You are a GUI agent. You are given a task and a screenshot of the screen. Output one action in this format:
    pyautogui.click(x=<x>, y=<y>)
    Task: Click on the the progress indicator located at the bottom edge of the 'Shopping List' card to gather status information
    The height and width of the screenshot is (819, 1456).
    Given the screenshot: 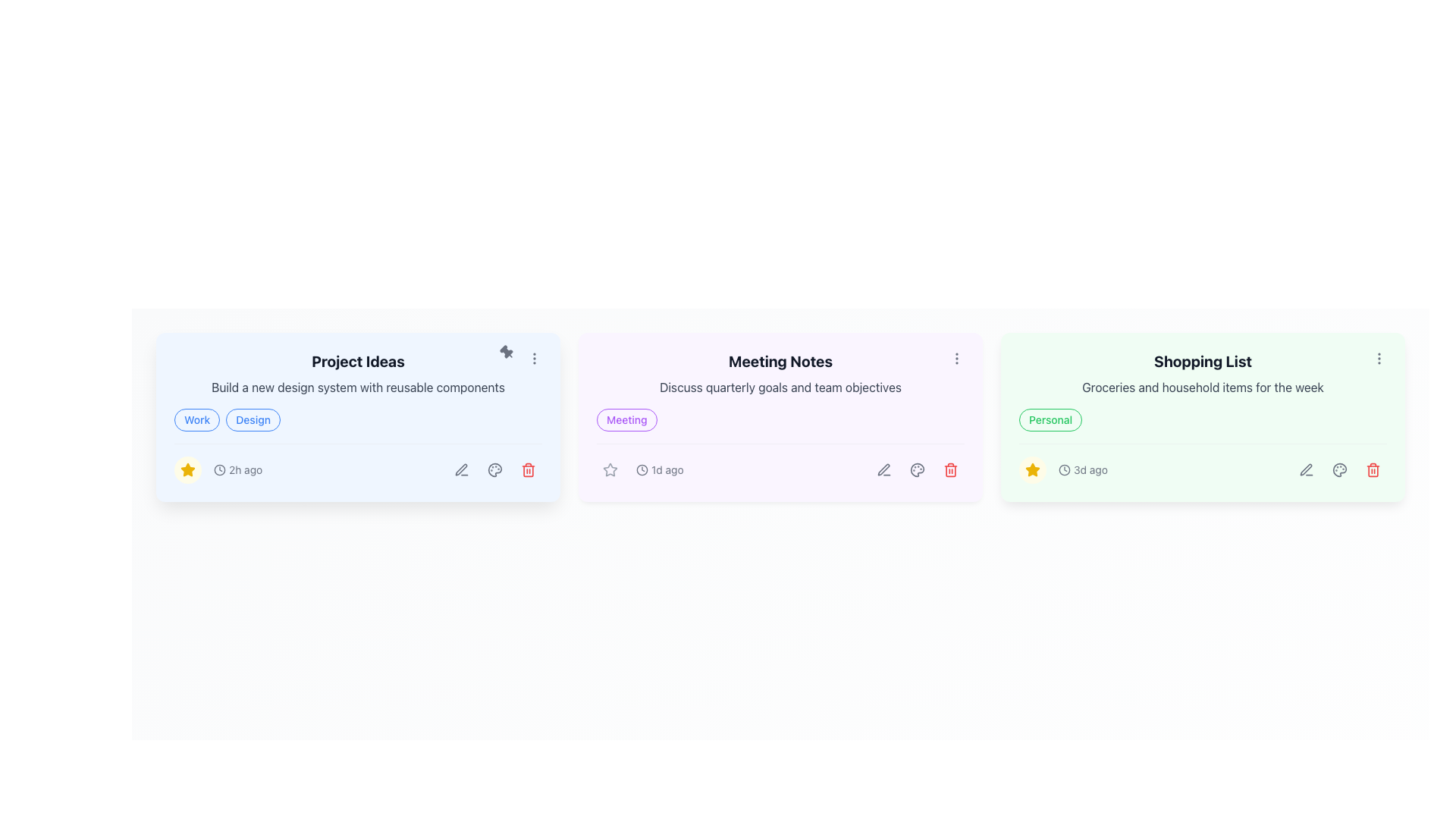 What is the action you would take?
    pyautogui.click(x=1202, y=500)
    